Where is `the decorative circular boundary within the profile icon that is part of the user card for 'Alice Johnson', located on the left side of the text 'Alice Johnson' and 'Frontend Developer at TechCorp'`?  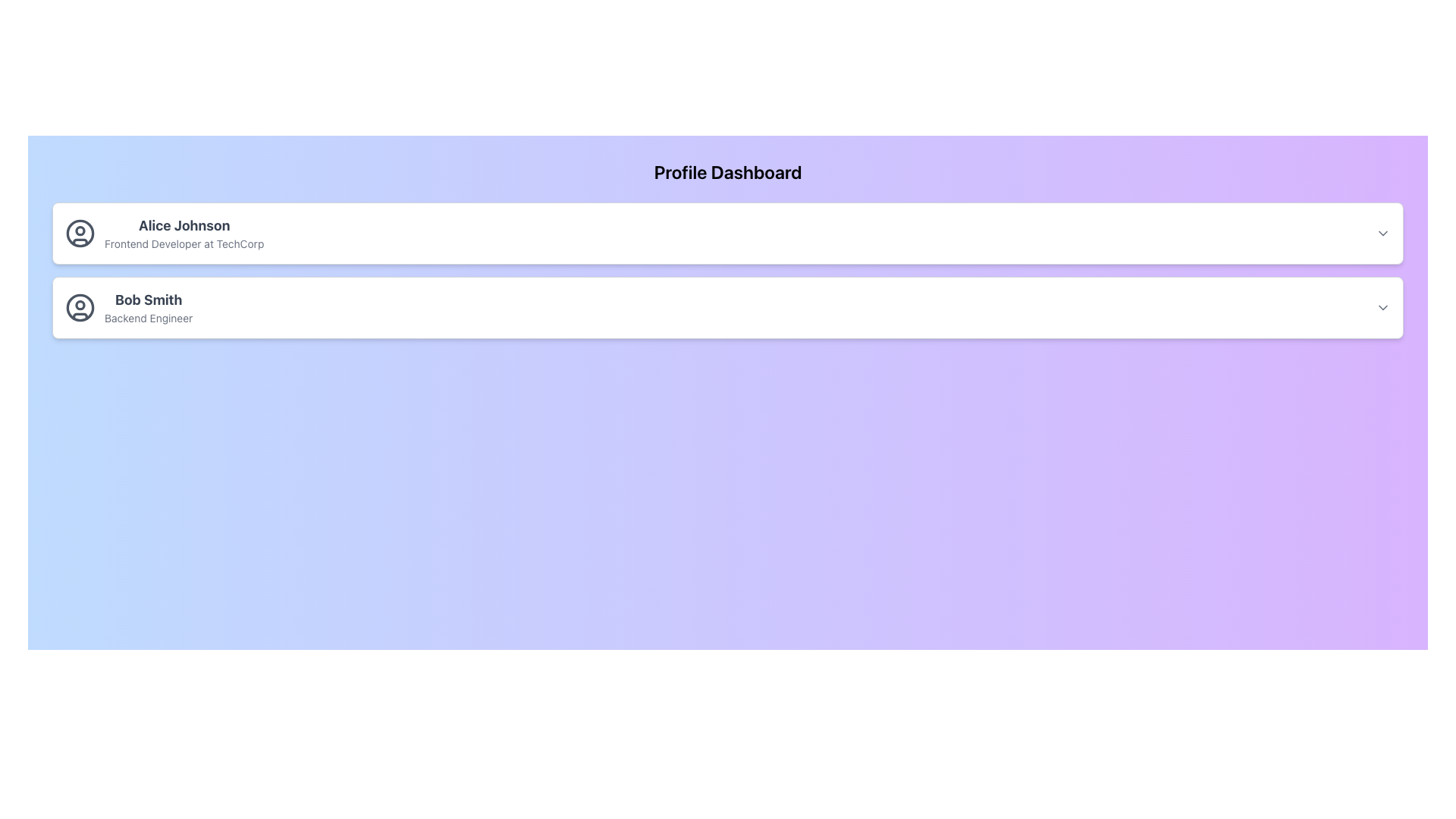 the decorative circular boundary within the profile icon that is part of the user card for 'Alice Johnson', located on the left side of the text 'Alice Johnson' and 'Frontend Developer at TechCorp' is located at coordinates (79, 234).